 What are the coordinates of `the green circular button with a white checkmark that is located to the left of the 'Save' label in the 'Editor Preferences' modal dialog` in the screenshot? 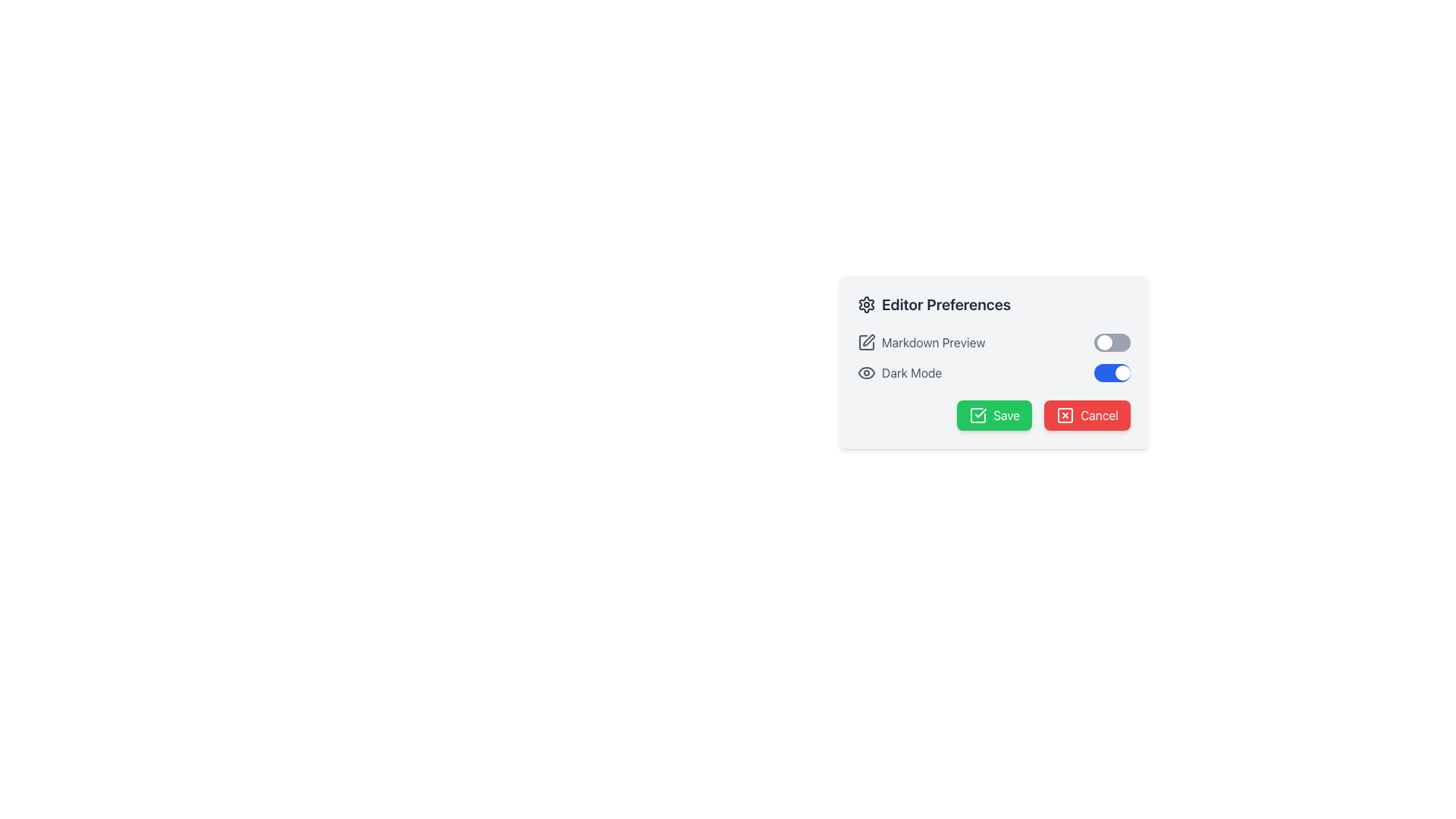 It's located at (978, 415).